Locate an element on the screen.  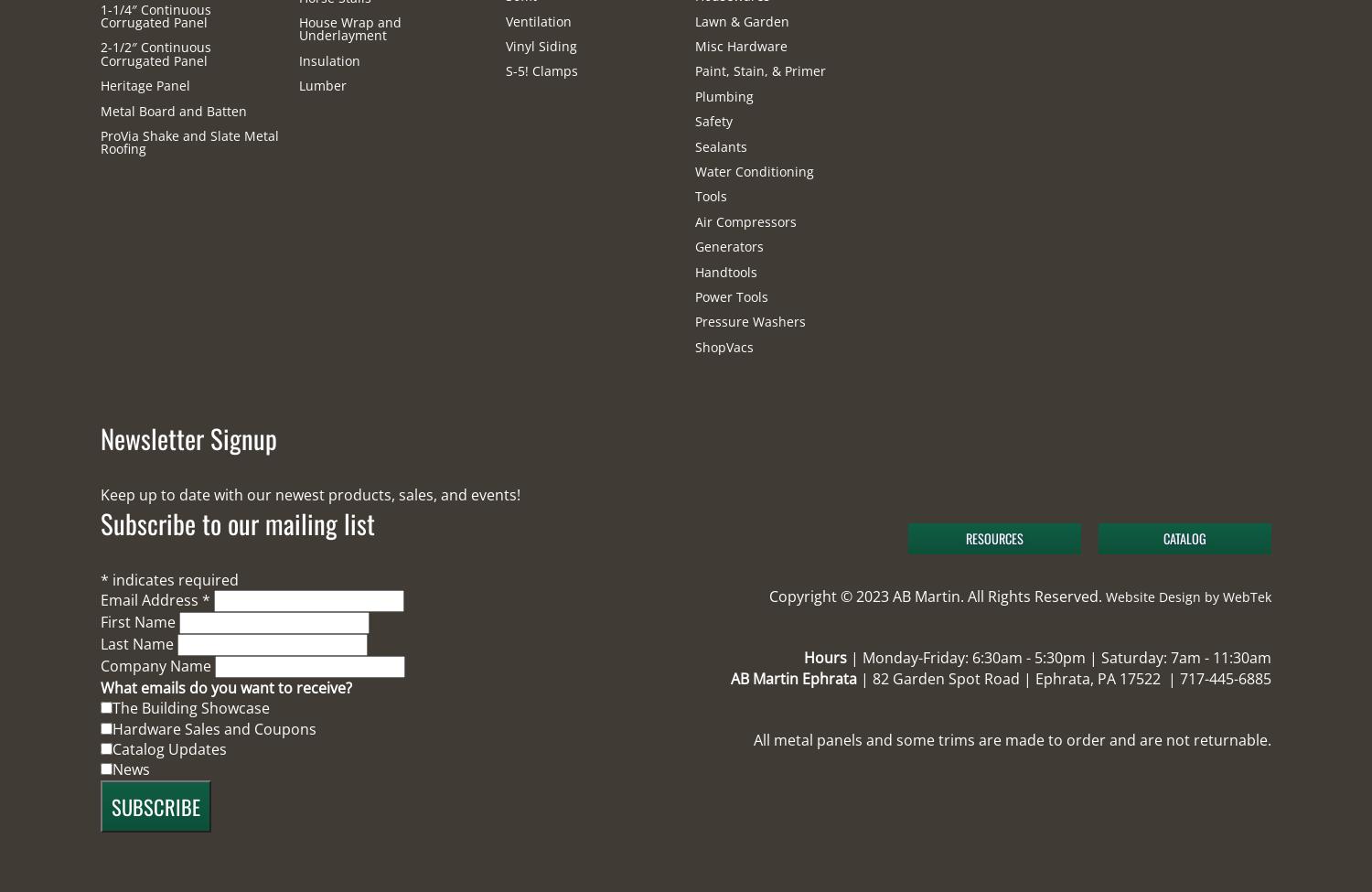
'Copyright © 2023 AB Martin.  All Rights Reserved.' is located at coordinates (937, 596).